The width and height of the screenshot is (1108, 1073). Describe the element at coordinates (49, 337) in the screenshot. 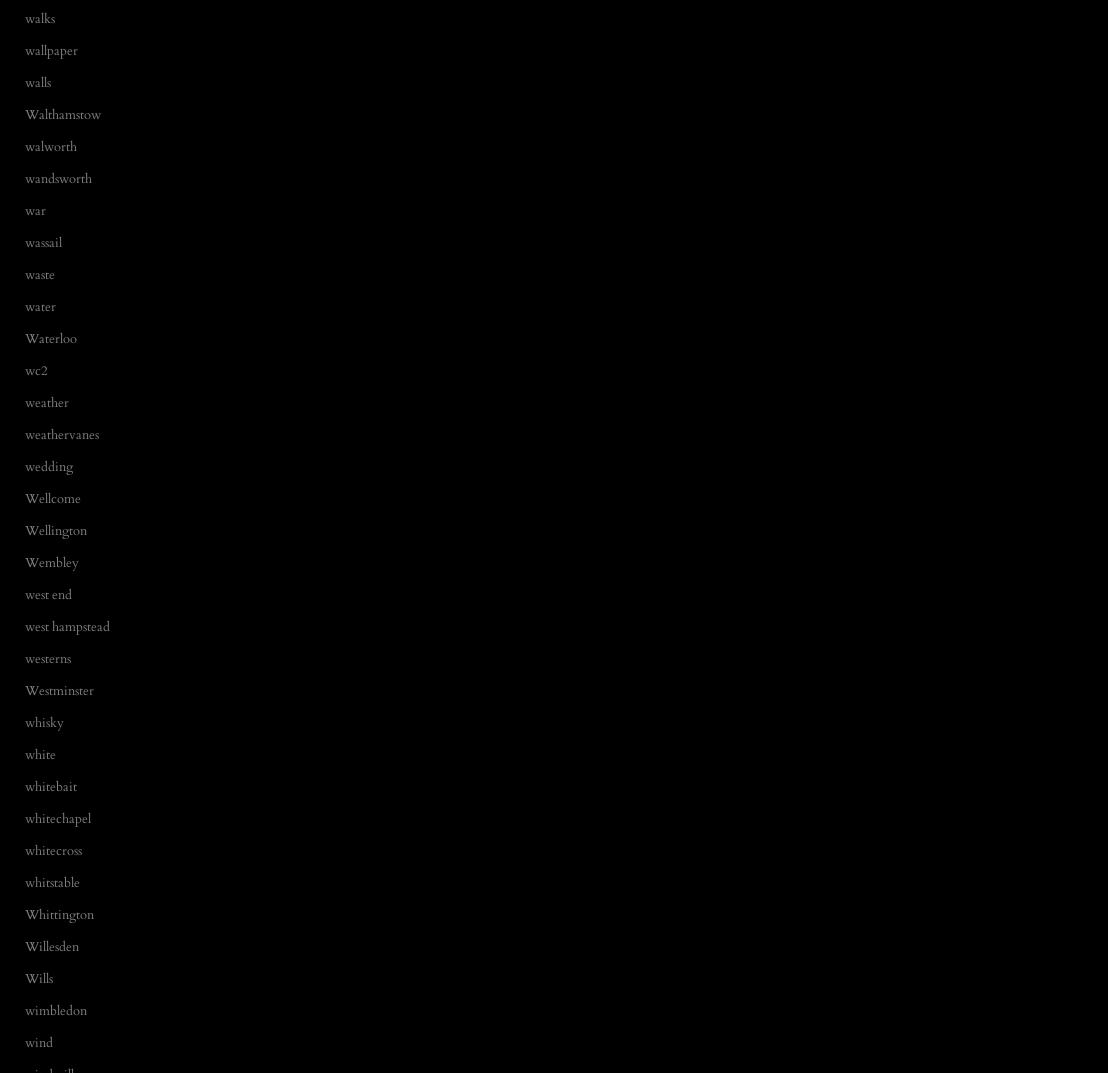

I see `'Waterloo'` at that location.